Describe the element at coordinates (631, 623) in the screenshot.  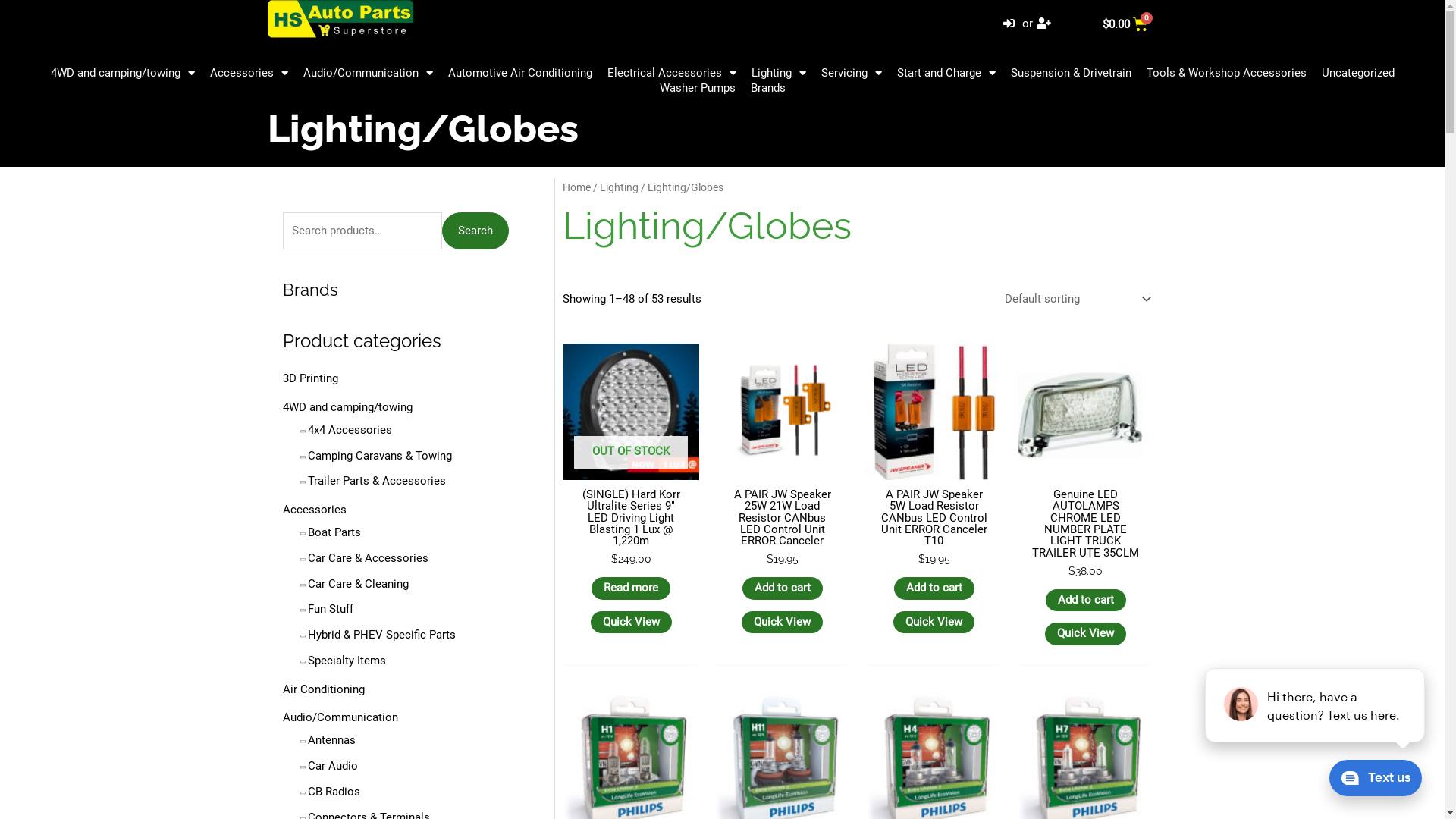
I see `'Quick View'` at that location.